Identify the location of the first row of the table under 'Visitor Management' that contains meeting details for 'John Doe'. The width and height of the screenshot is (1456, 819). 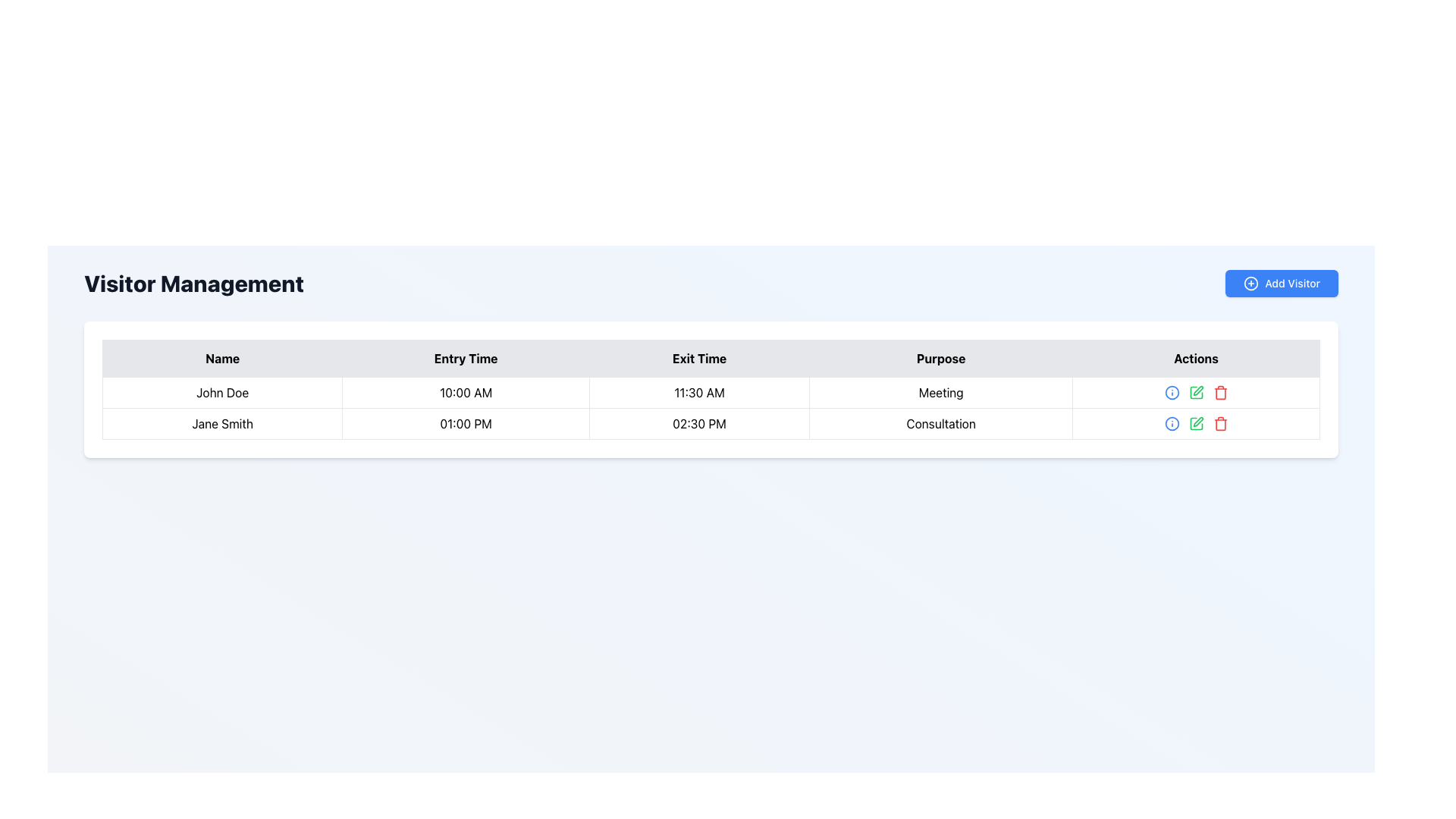
(710, 391).